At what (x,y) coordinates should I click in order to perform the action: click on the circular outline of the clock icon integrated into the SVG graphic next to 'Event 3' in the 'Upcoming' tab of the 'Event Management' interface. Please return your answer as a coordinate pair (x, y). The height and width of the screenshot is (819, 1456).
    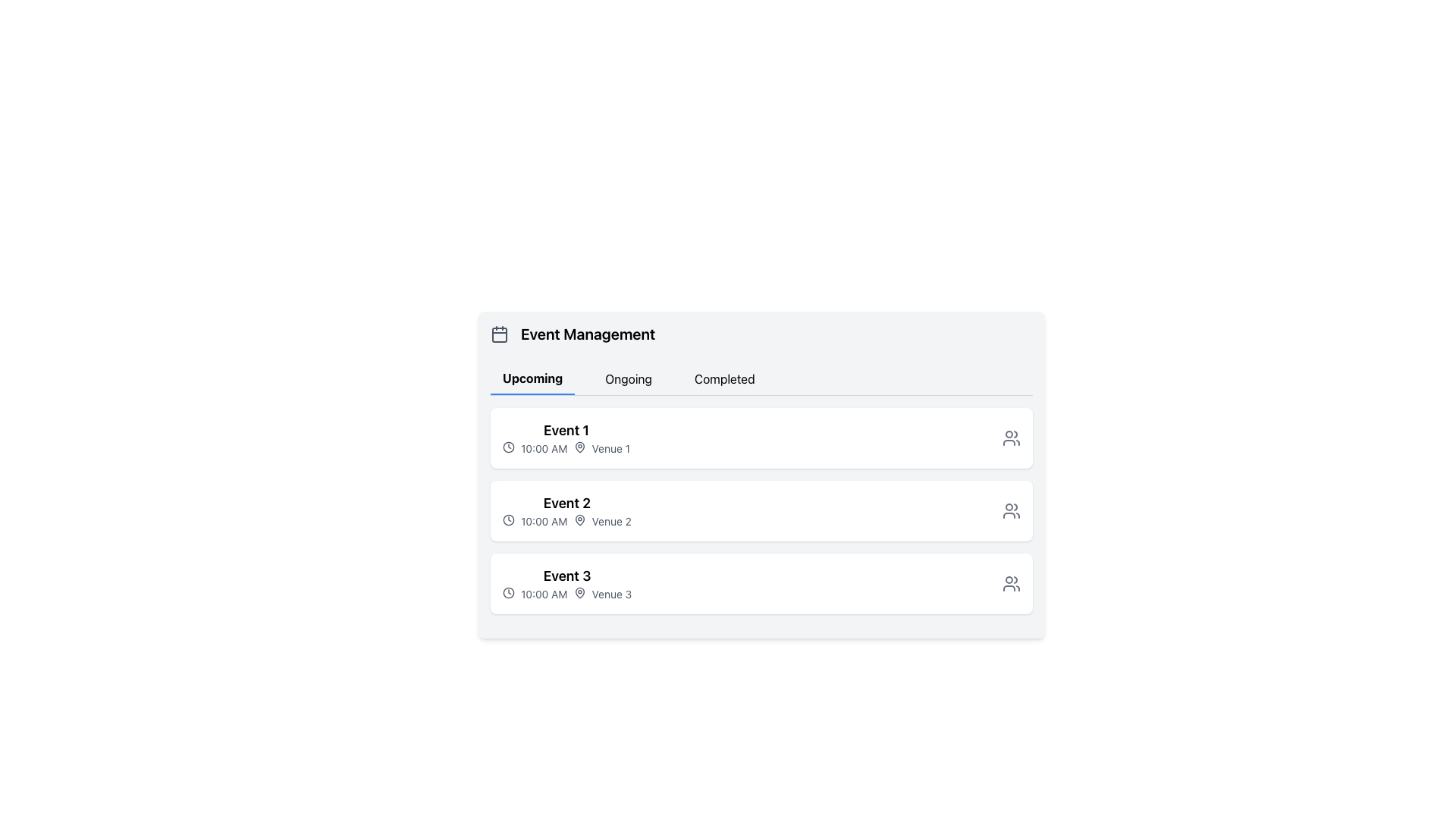
    Looking at the image, I should click on (509, 592).